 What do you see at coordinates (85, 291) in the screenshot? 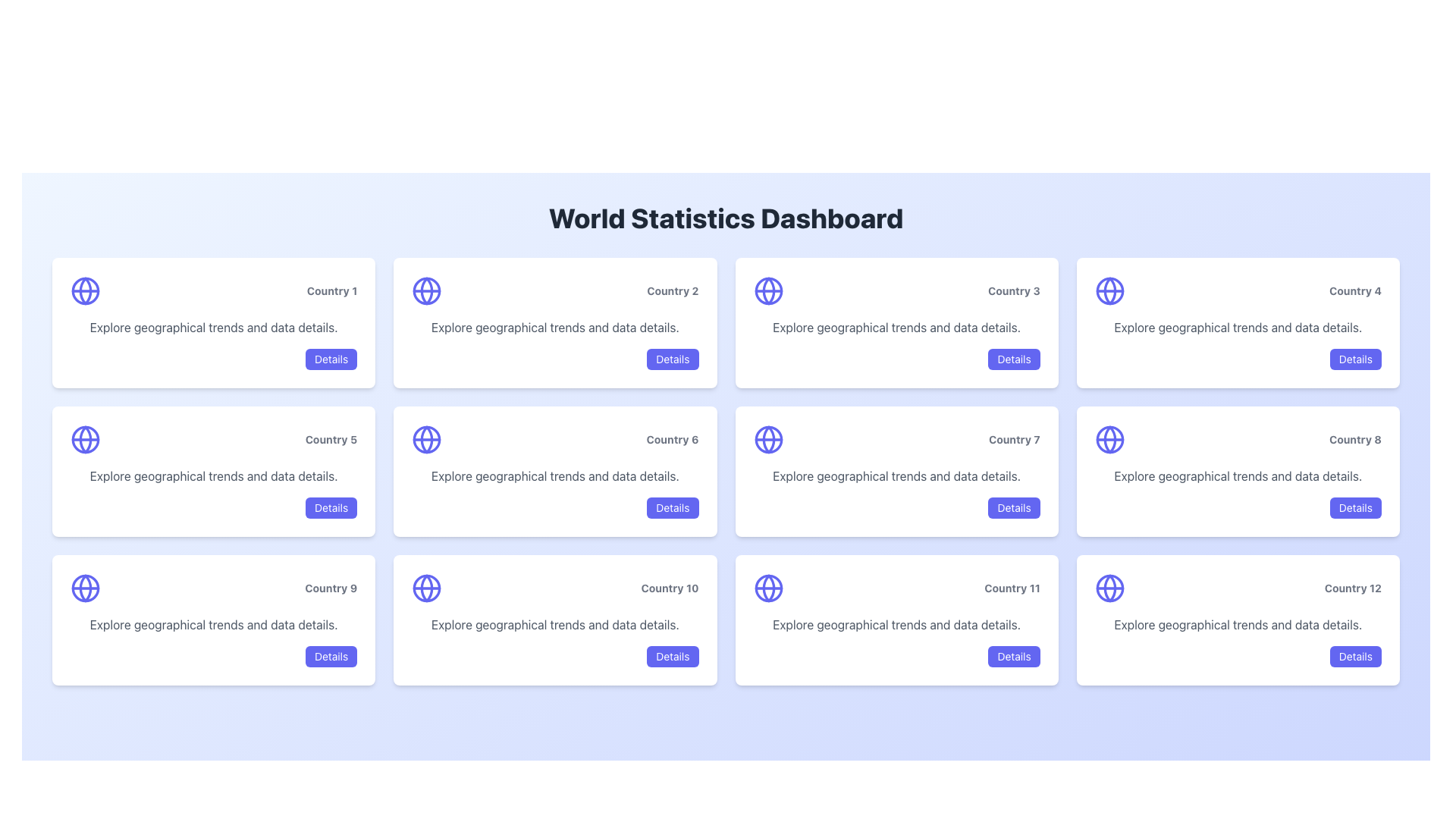
I see `the leftmost icon representing geographical information associated with the card labeled 'Country 1', located in the top-left area of the grid layout` at bounding box center [85, 291].